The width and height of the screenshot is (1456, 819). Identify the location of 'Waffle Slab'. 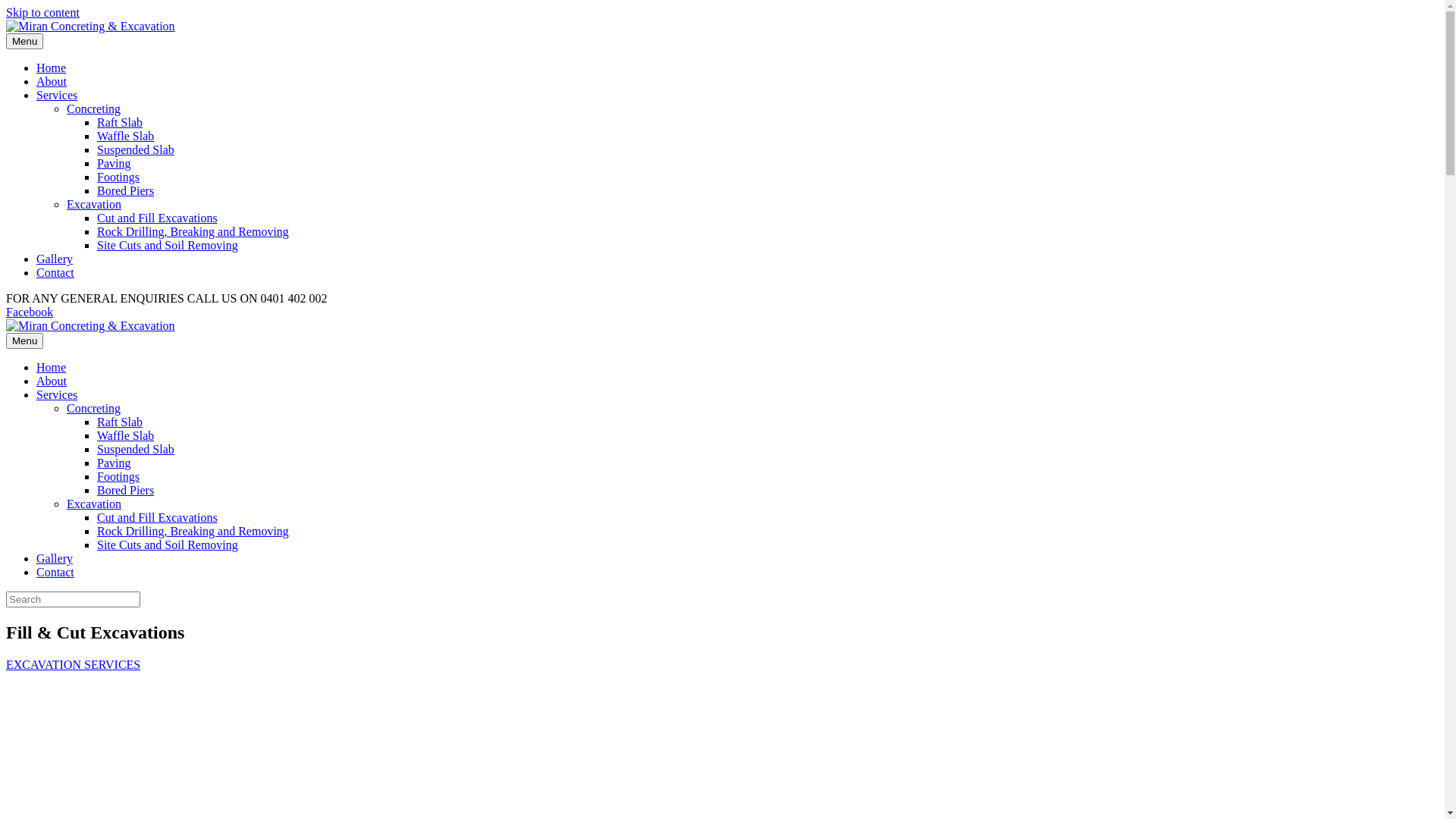
(96, 435).